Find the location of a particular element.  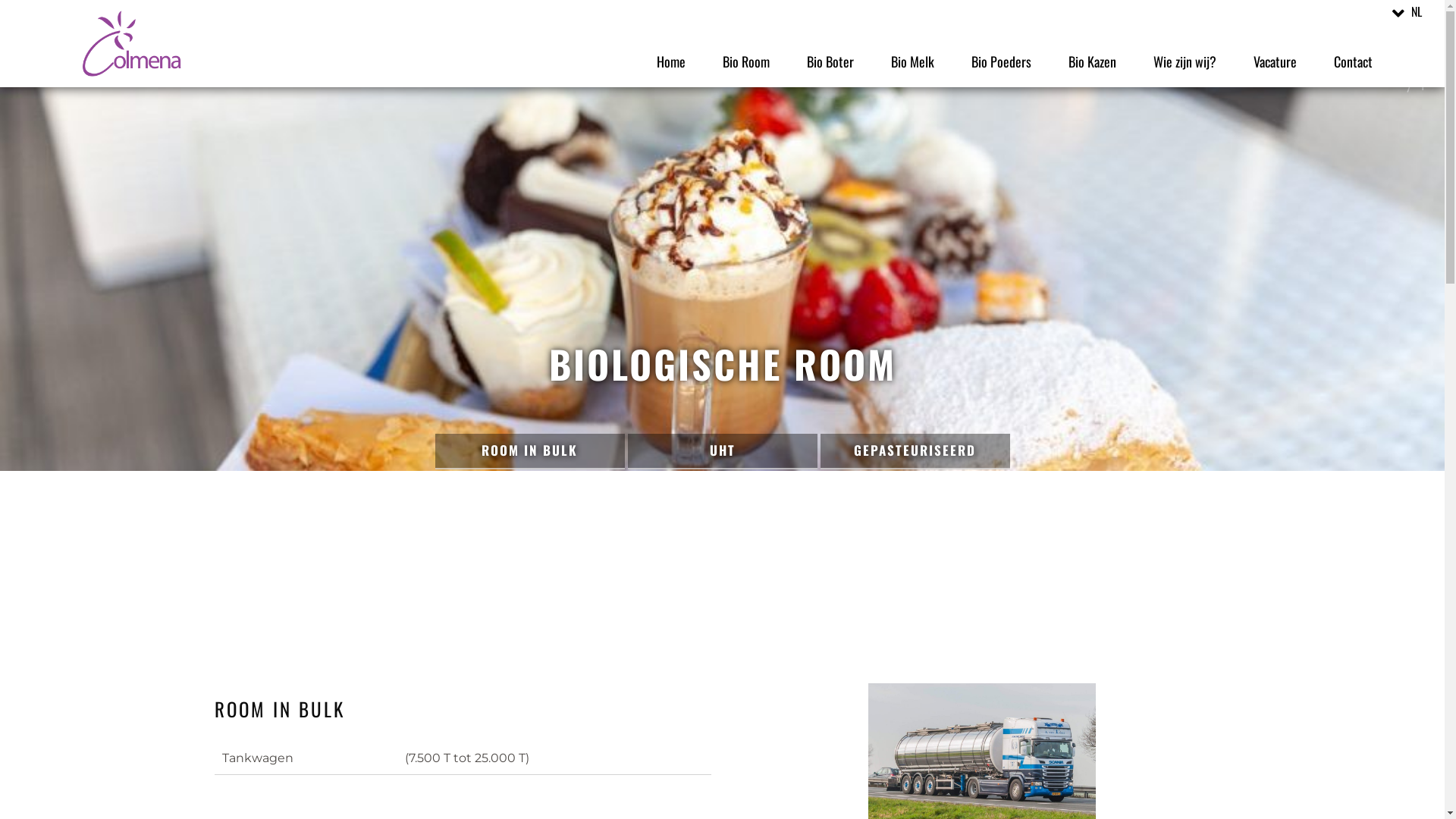

'Contact' is located at coordinates (1353, 61).